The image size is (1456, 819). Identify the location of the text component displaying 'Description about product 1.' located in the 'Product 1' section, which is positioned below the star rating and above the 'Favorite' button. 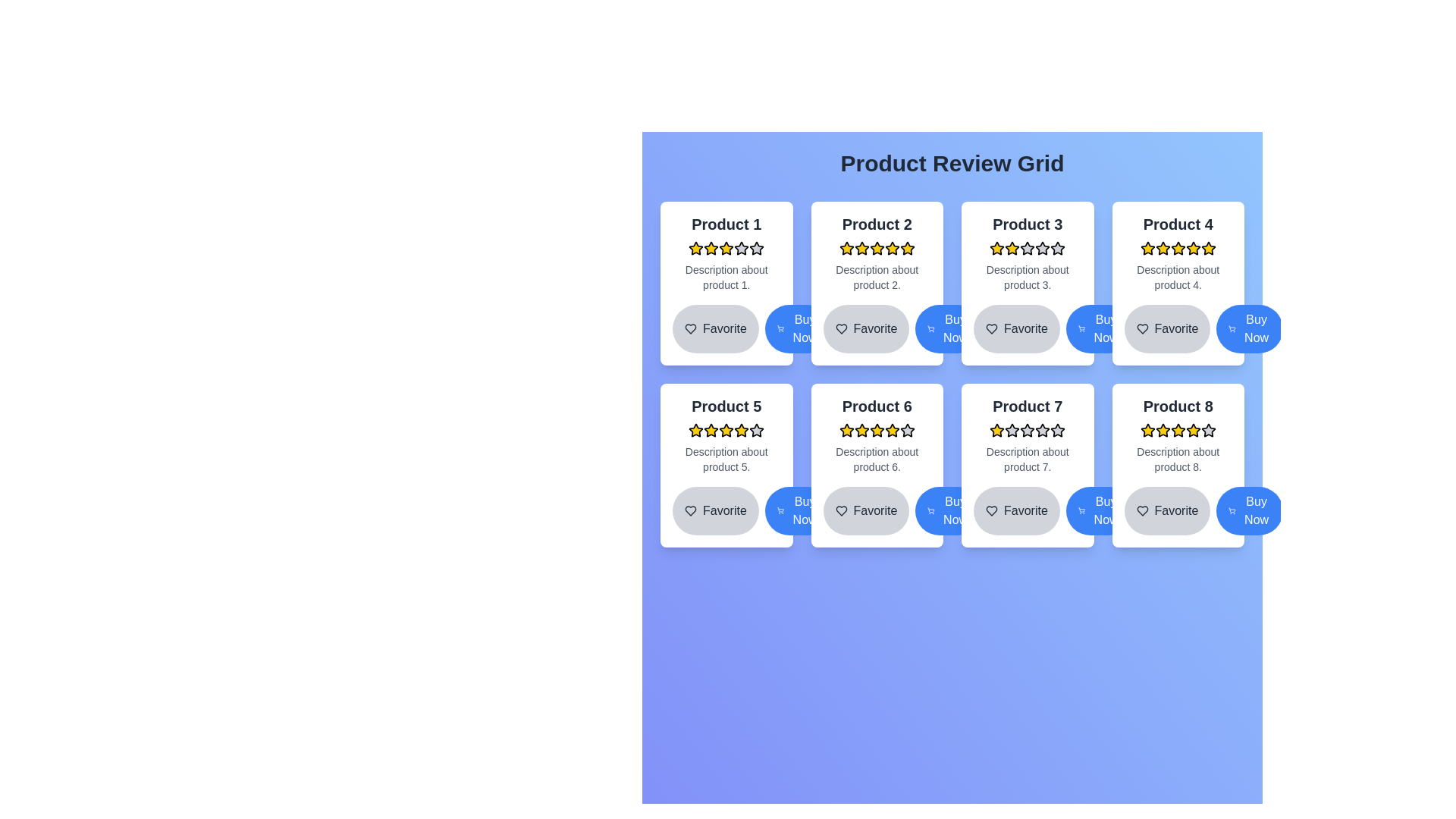
(726, 278).